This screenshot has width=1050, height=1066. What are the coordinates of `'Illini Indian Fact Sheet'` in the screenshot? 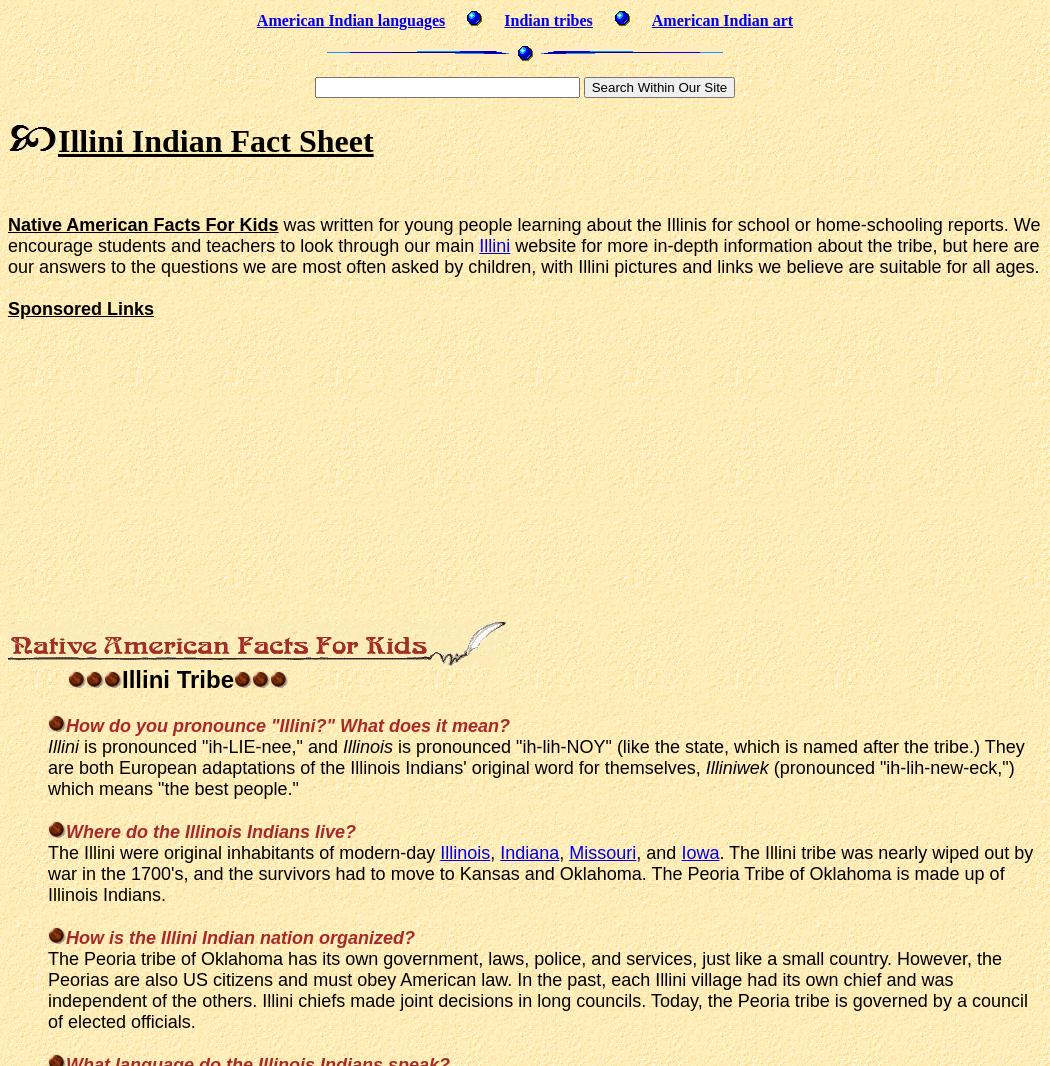 It's located at (214, 140).